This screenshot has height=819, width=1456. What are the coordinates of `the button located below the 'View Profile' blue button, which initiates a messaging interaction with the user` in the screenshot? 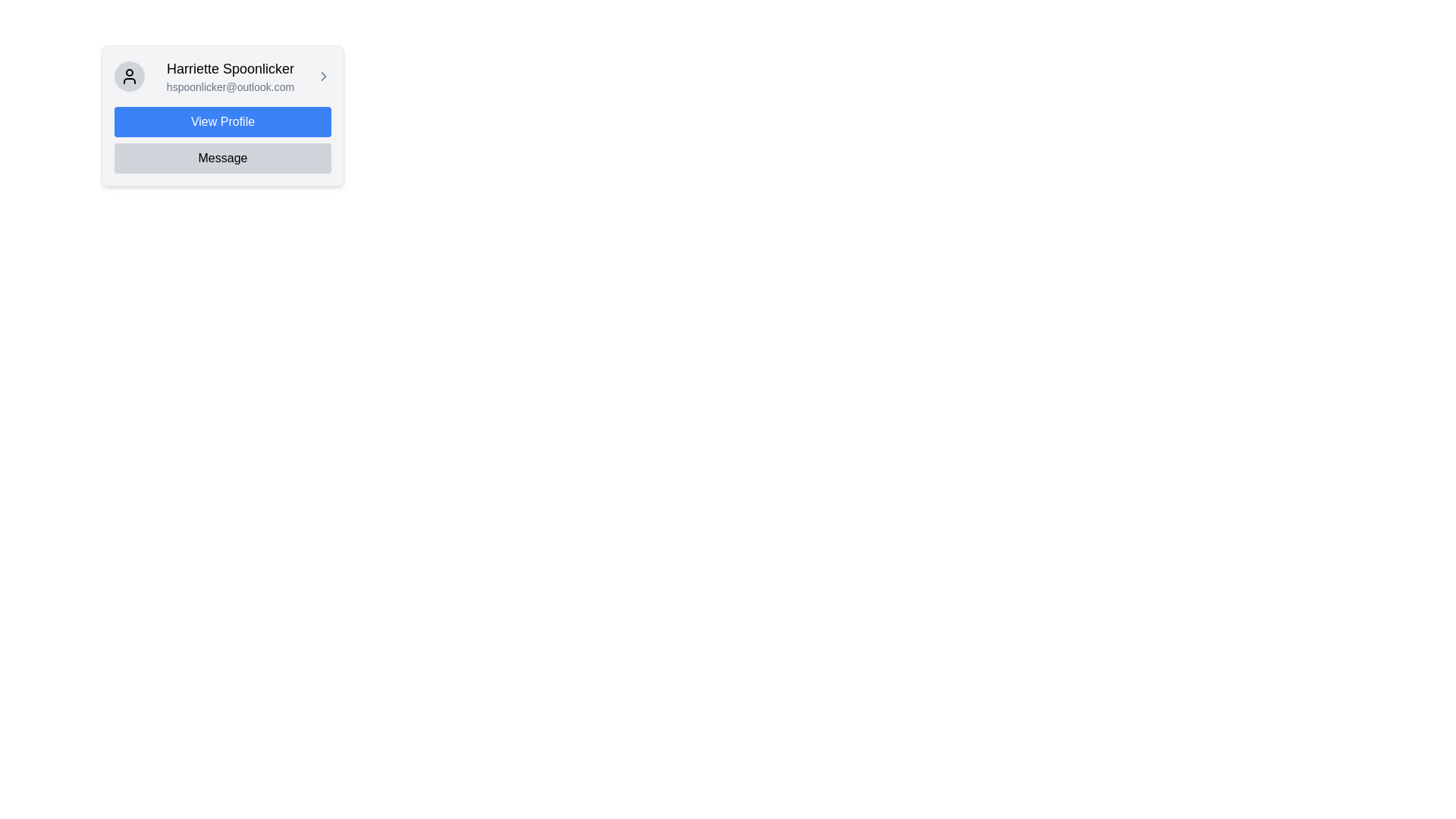 It's located at (221, 158).